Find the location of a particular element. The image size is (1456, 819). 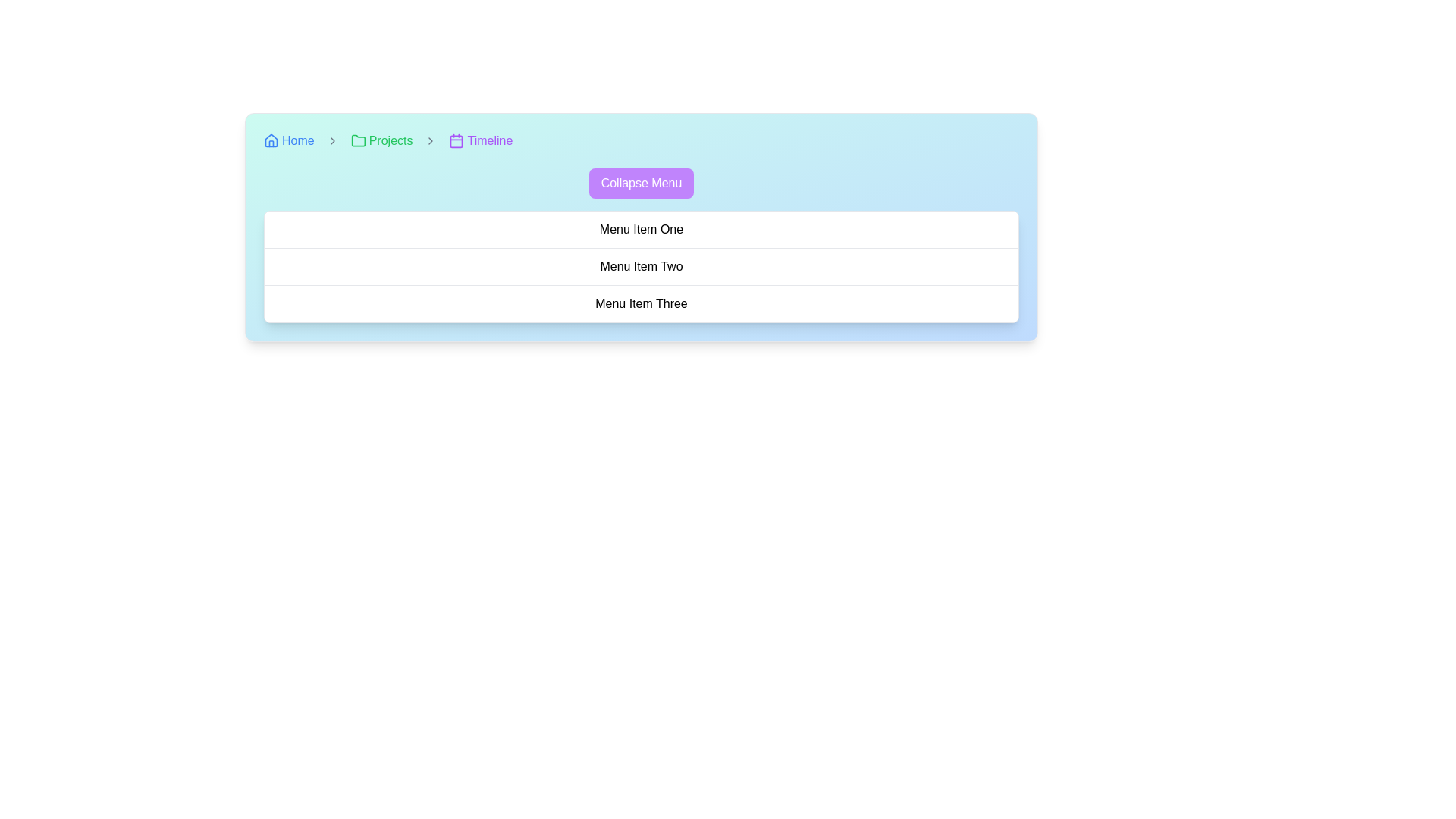

the 'Projects' hyperlink with a green folder icon is located at coordinates (381, 140).